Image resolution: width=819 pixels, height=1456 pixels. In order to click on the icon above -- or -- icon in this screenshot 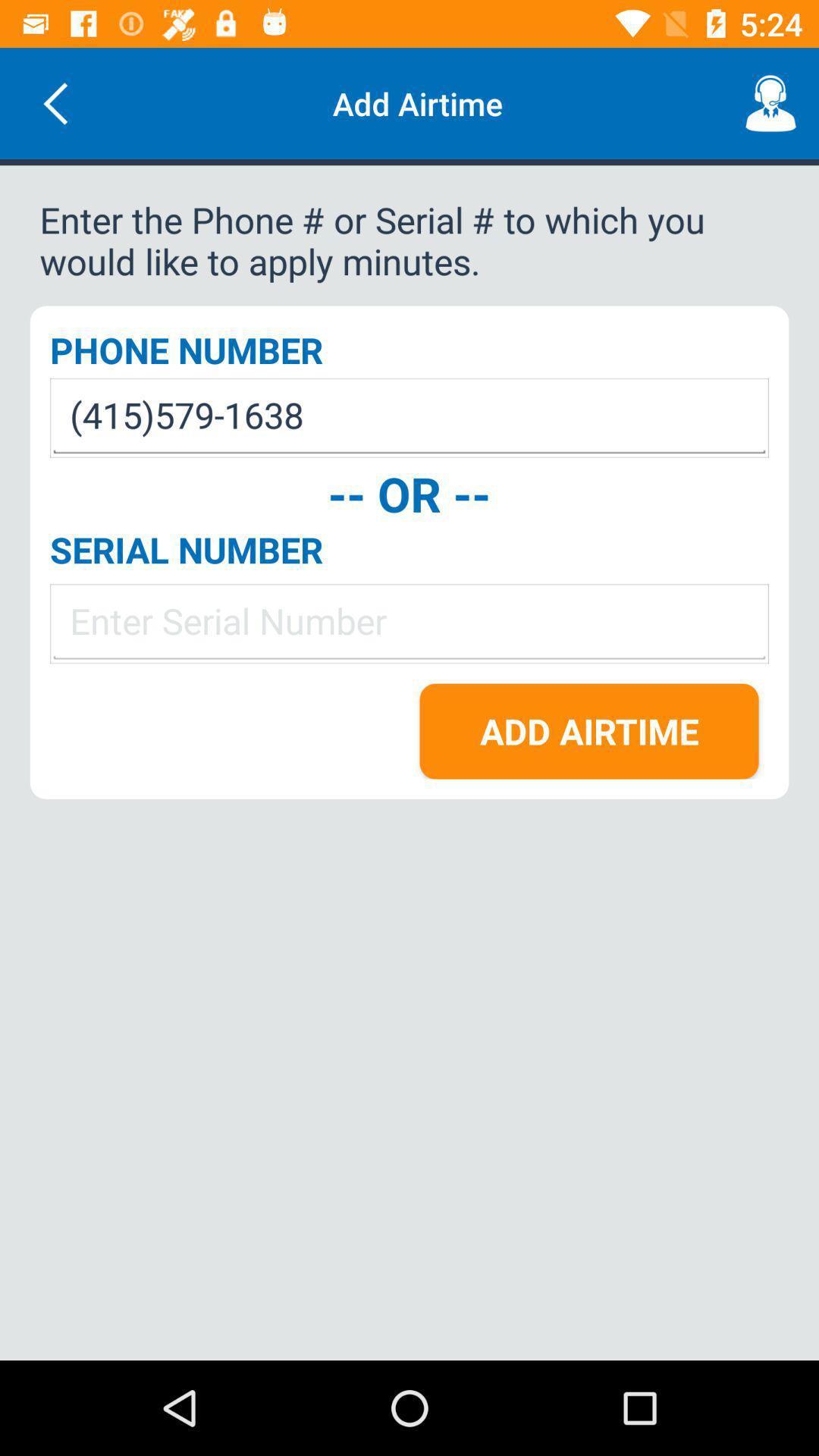, I will do `click(409, 418)`.